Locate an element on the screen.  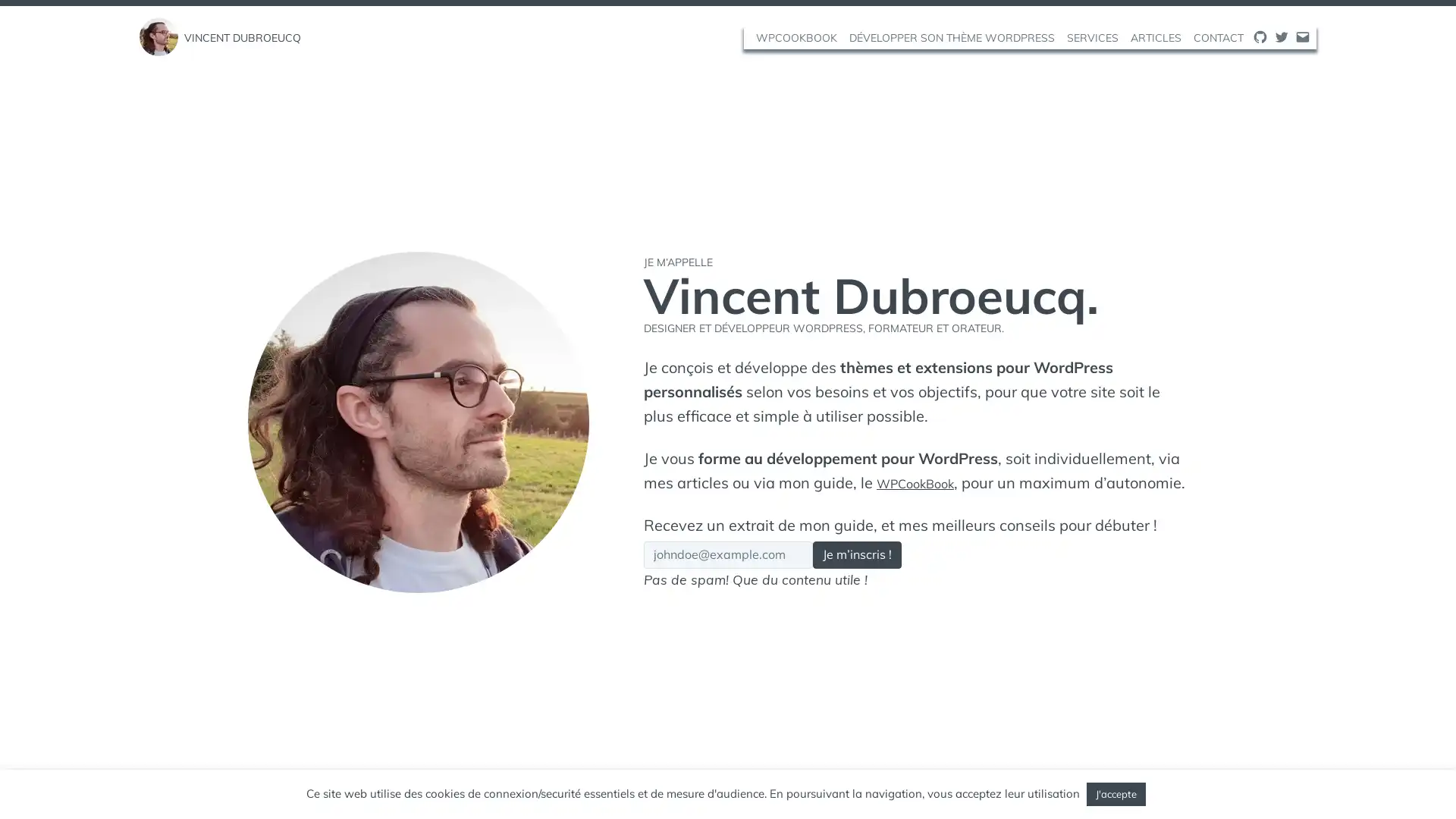
Je minscris ! is located at coordinates (902, 567).